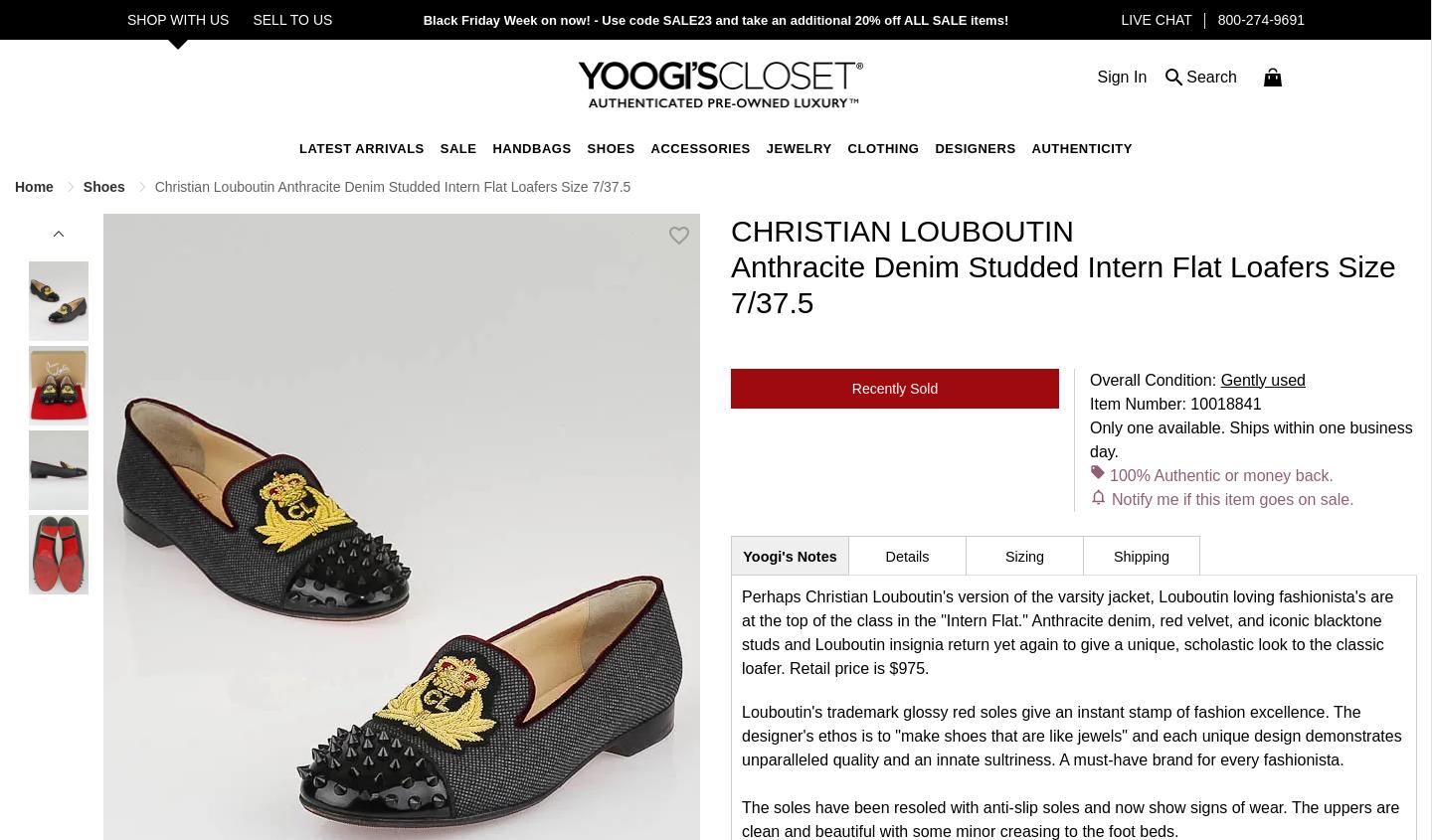  I want to click on 'SELL', so click(269, 19).